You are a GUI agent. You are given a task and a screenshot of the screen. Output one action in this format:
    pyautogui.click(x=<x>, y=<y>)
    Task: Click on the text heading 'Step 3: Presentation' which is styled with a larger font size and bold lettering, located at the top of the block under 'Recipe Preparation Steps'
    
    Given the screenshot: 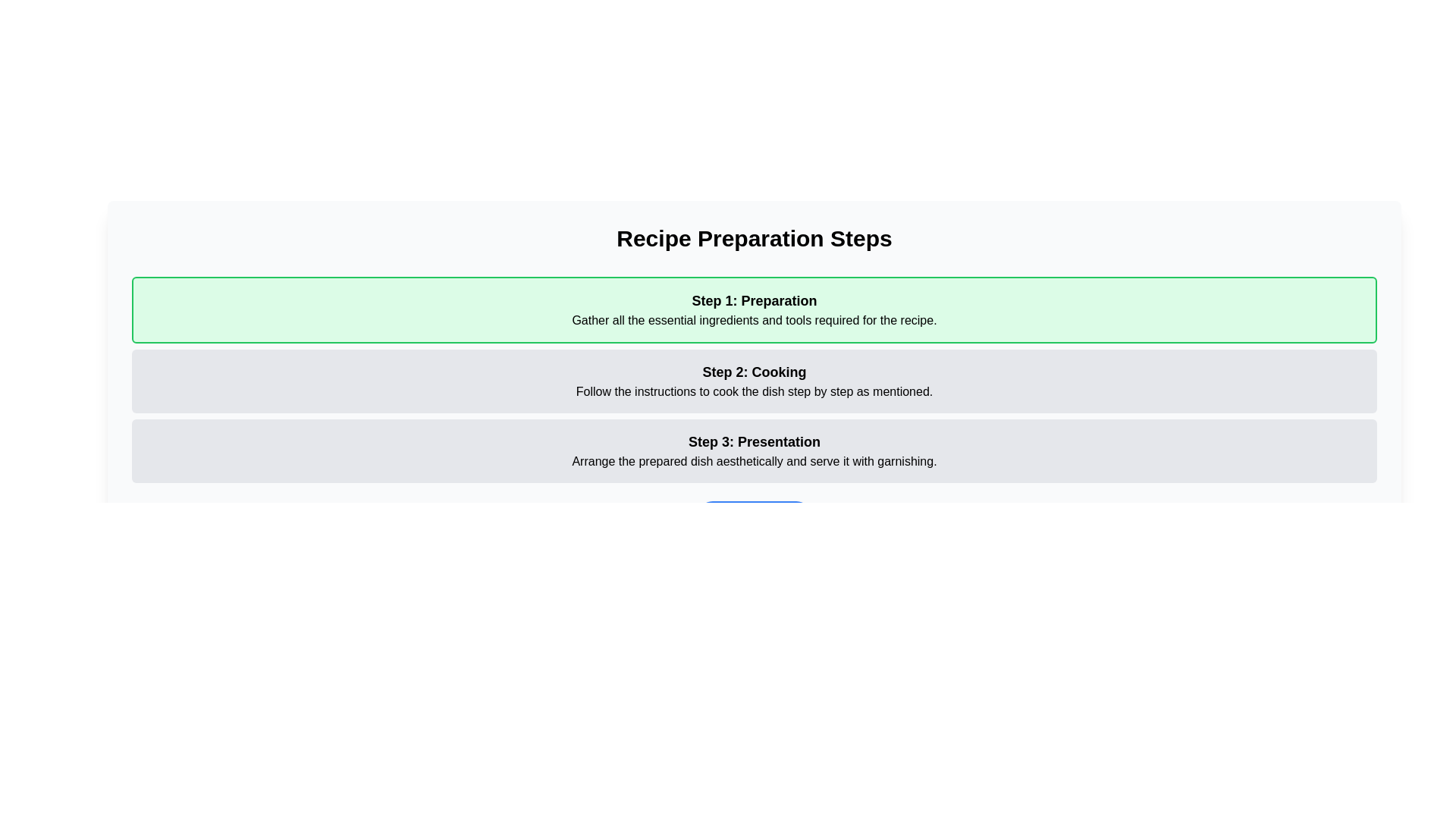 What is the action you would take?
    pyautogui.click(x=754, y=441)
    